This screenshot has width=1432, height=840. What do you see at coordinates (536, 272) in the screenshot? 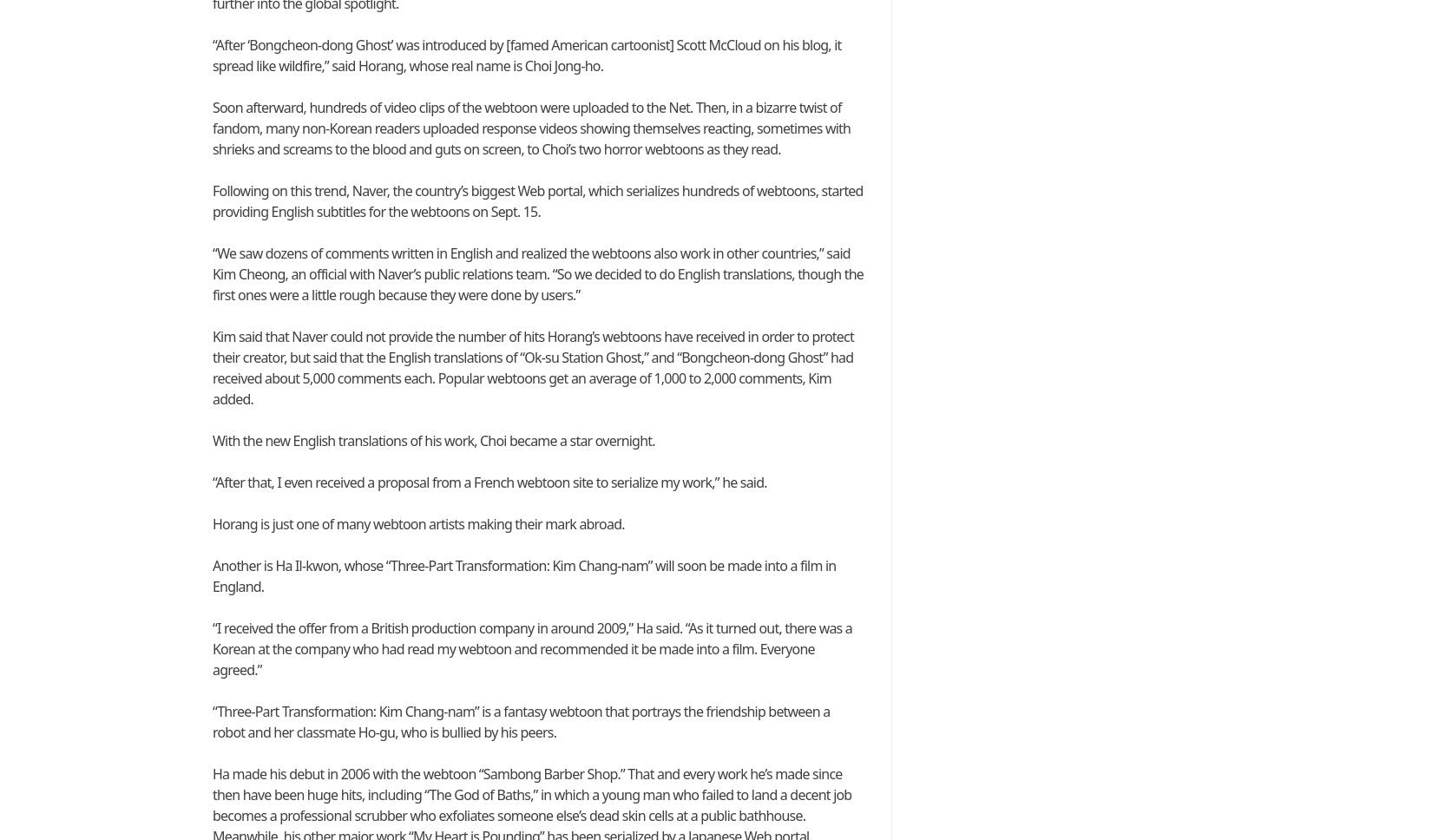
I see `'“We saw dozens of comments written in English and realized the webtoons also work in other countries,” said Kim Cheong, an official with Naver’s public relations team. “So we decided to do English translations, though the first ones were a little rough because they were done by users.”'` at bounding box center [536, 272].